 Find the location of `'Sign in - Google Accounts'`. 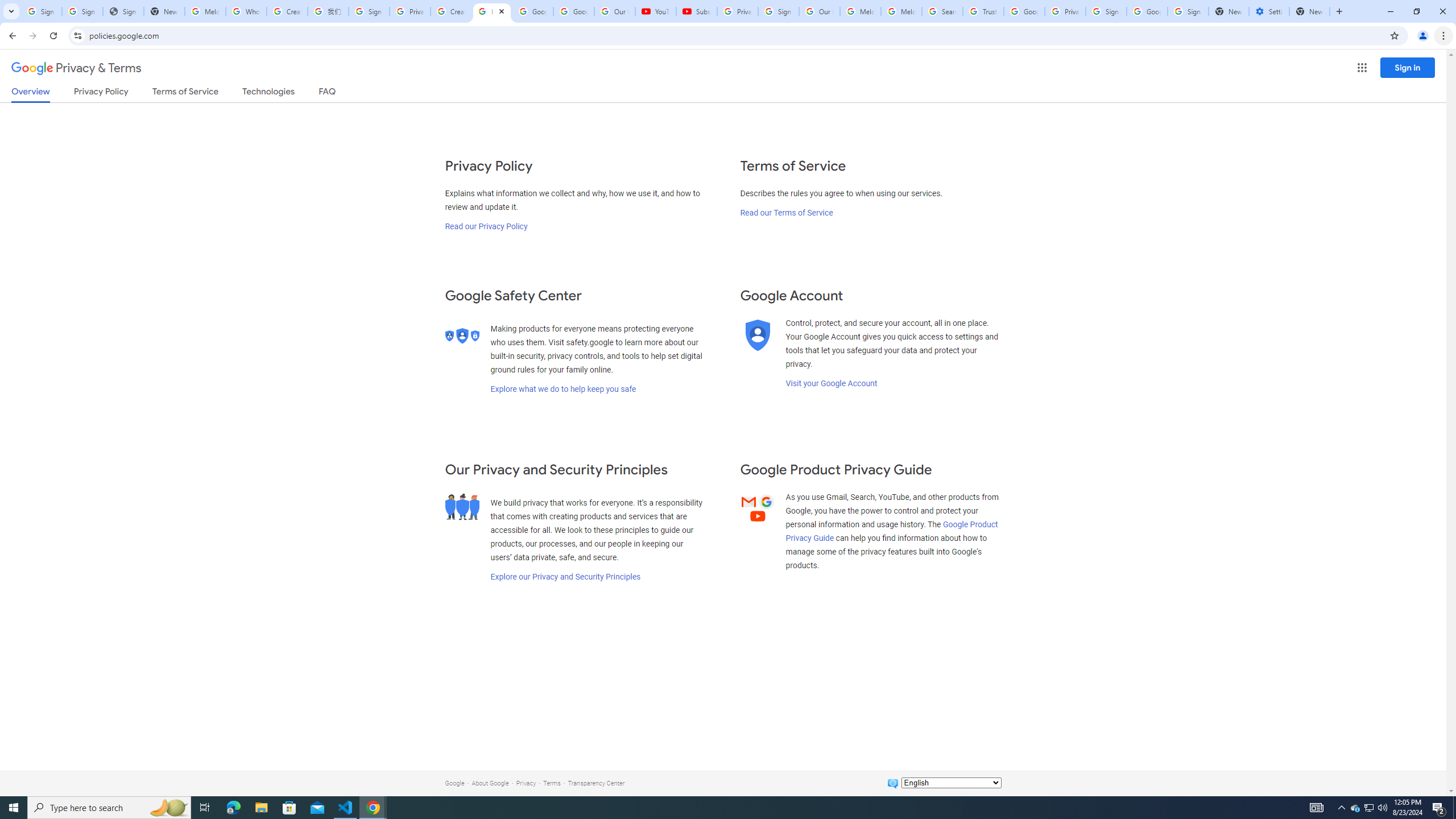

'Sign in - Google Accounts' is located at coordinates (369, 11).